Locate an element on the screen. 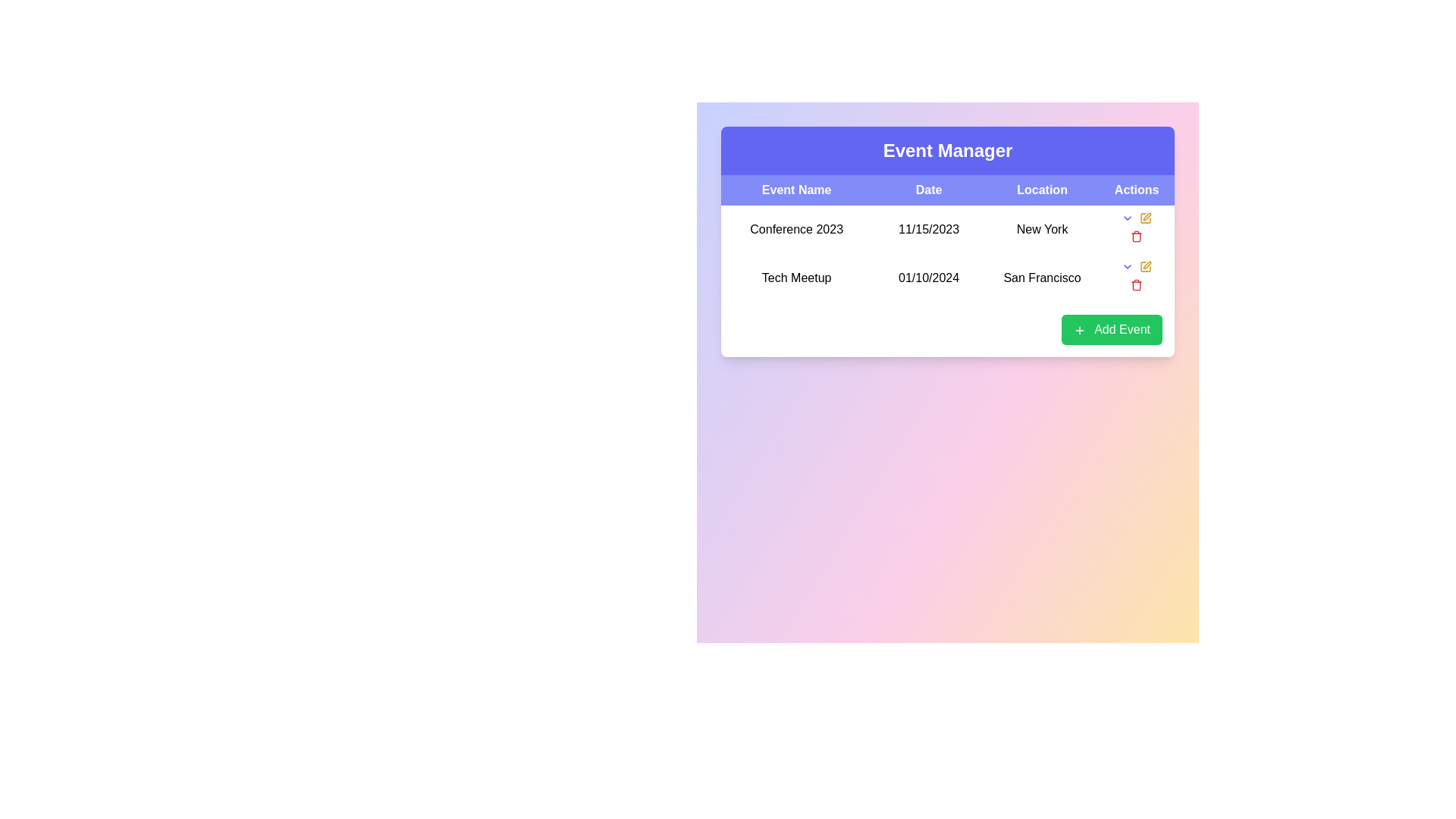 Image resolution: width=1456 pixels, height=819 pixels. the green rectangular button labeled 'Add Event' with a plus icon is located at coordinates (1112, 329).